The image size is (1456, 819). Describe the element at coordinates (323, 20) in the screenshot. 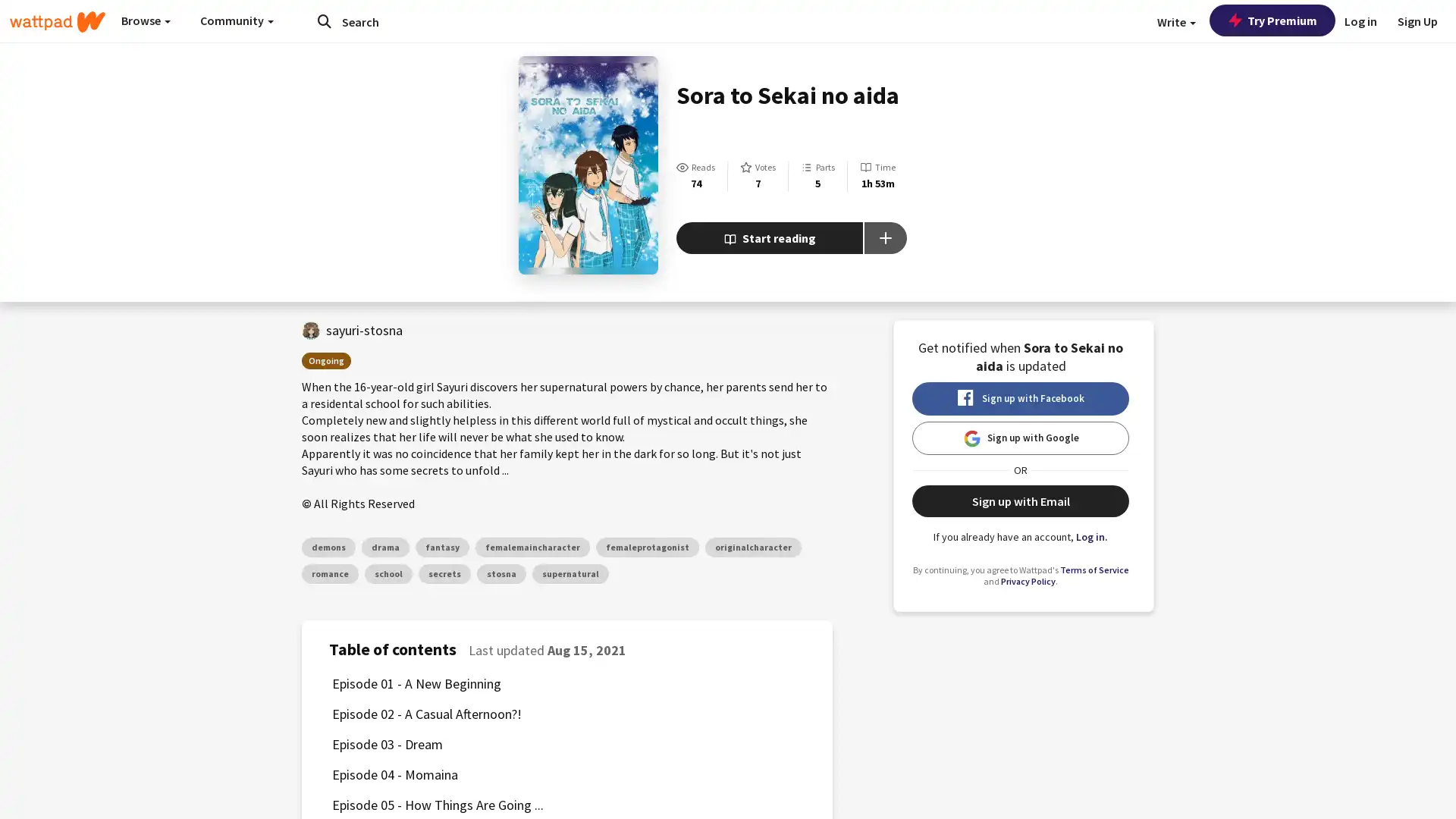

I see `Submit search` at that location.